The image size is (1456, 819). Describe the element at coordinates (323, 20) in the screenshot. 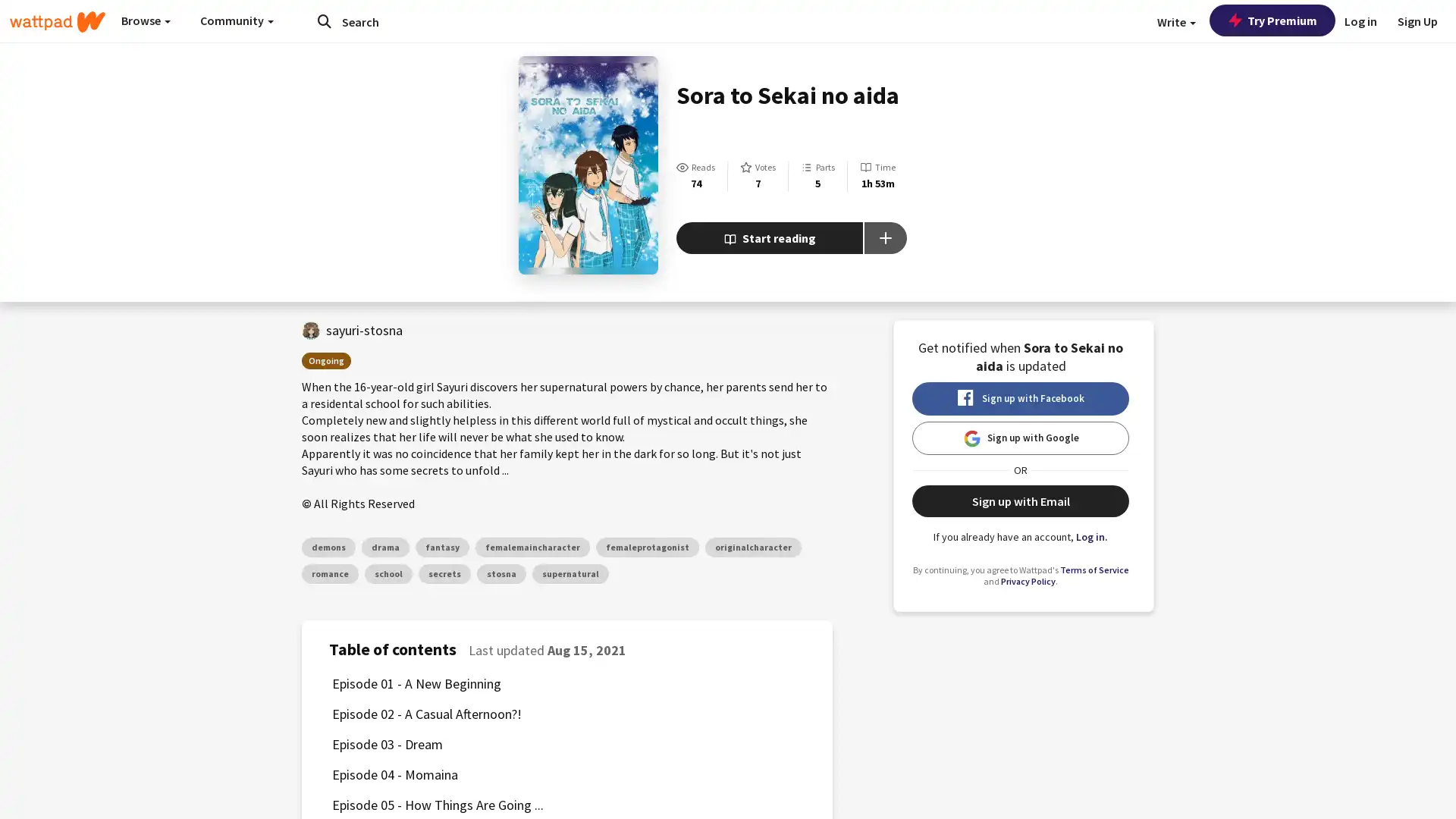

I see `Submit search` at that location.